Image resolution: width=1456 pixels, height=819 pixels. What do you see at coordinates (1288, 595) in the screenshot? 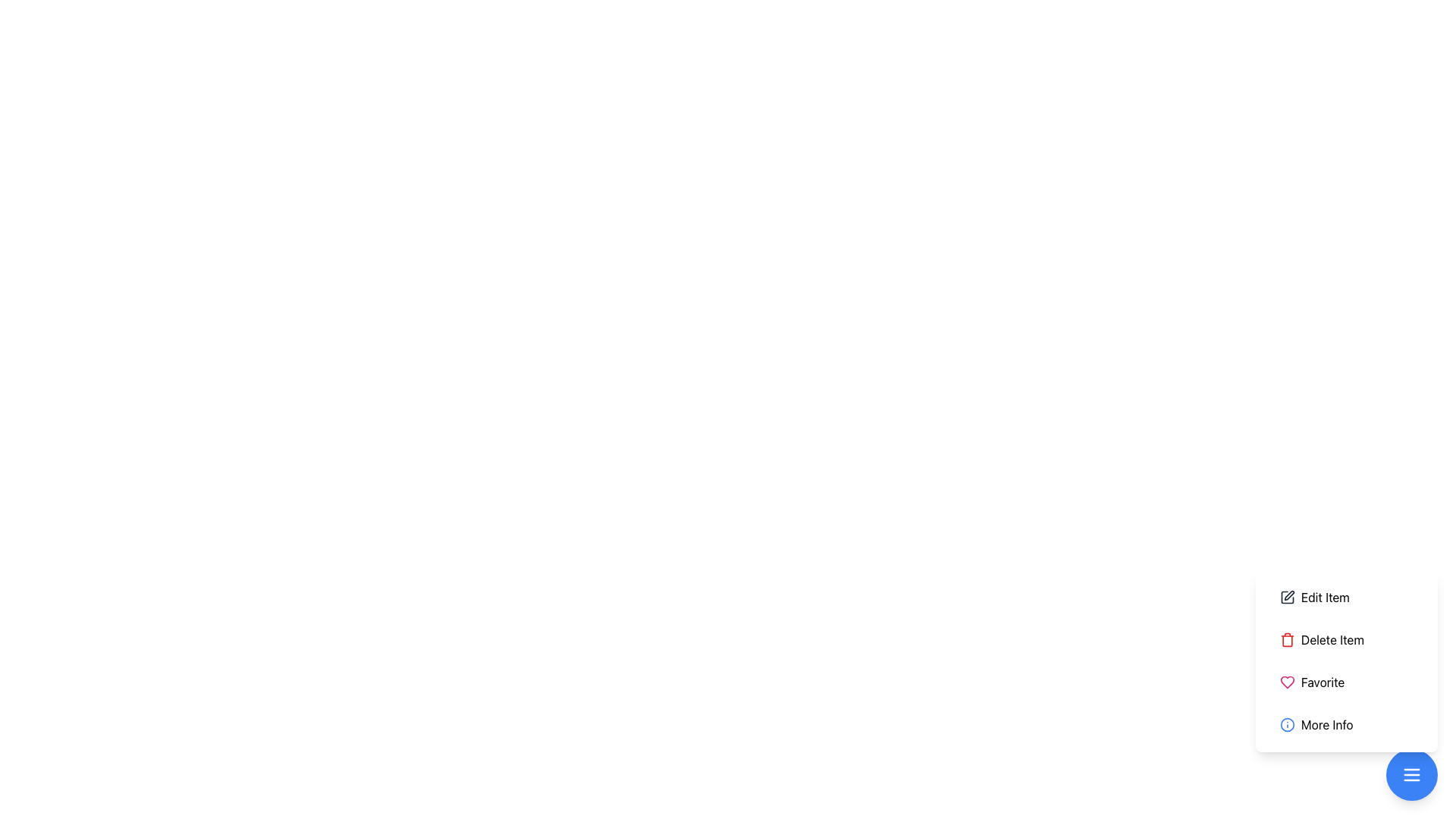
I see `the pen icon, which symbolizes edit functionalities, located at the top-right part of the interface` at bounding box center [1288, 595].